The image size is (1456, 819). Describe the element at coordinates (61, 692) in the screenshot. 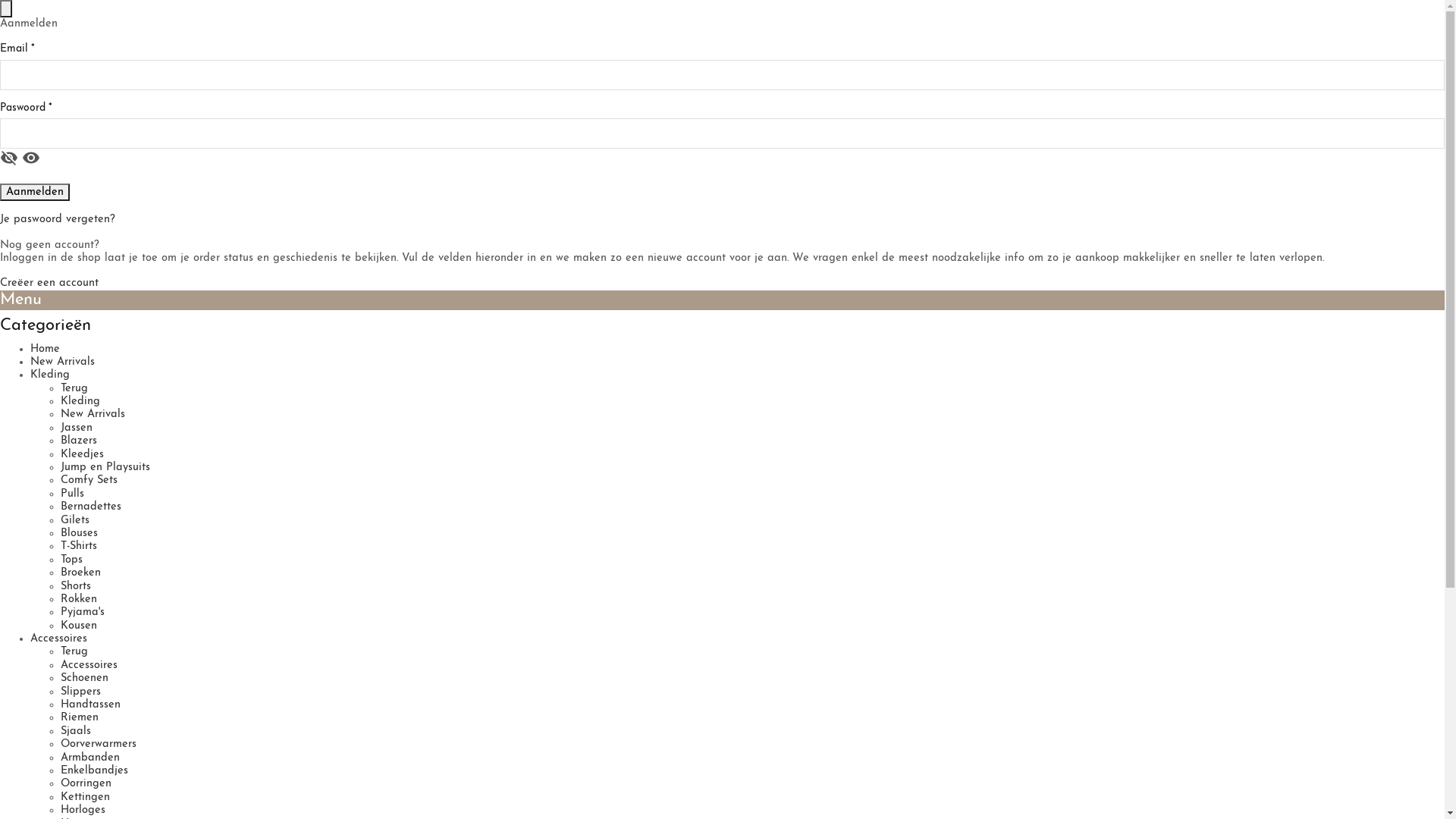

I see `'Slippers'` at that location.